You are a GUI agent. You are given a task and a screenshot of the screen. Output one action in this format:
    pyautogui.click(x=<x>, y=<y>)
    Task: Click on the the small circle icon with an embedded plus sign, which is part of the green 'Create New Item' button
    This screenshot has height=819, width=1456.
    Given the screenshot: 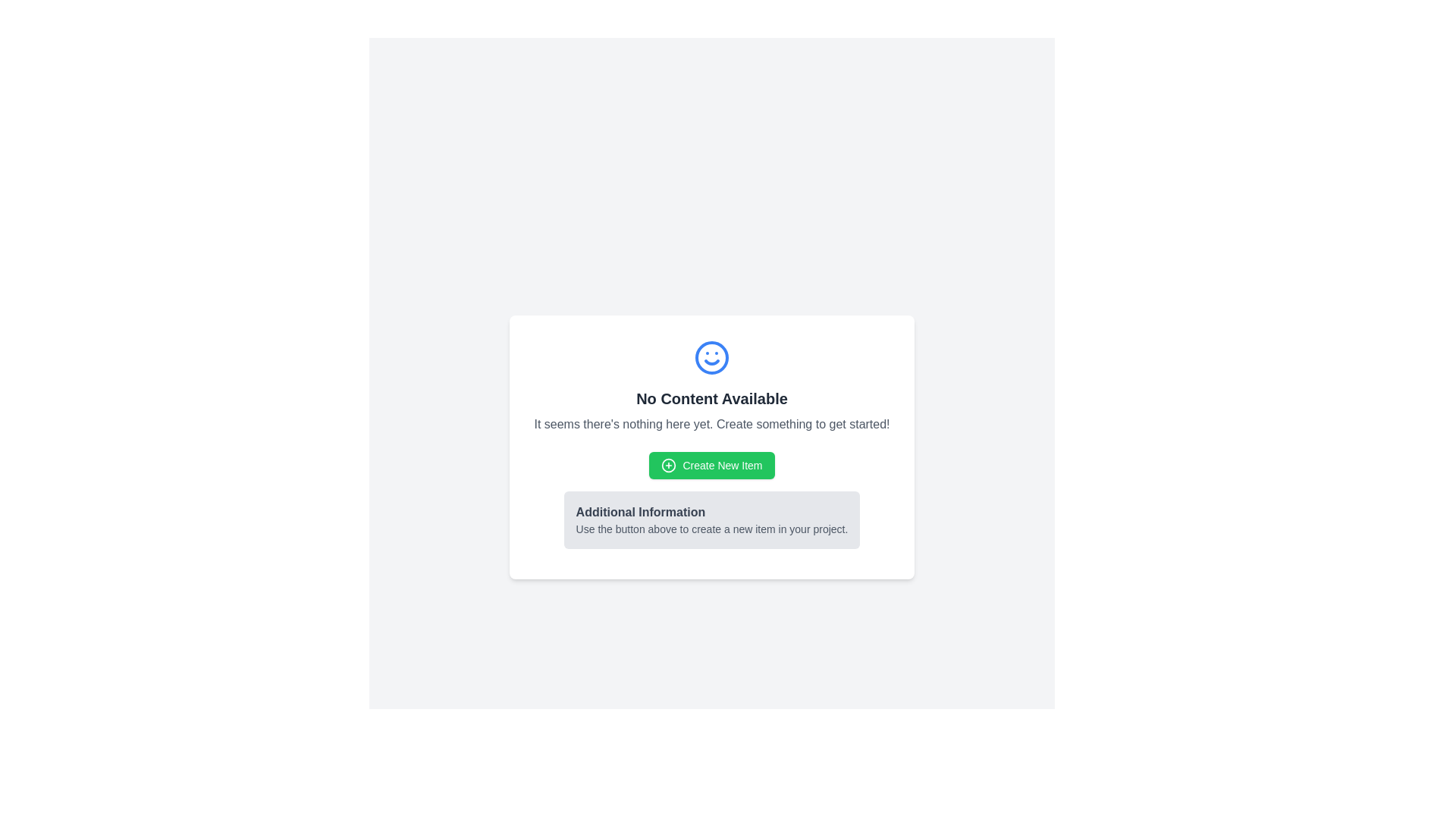 What is the action you would take?
    pyautogui.click(x=668, y=464)
    